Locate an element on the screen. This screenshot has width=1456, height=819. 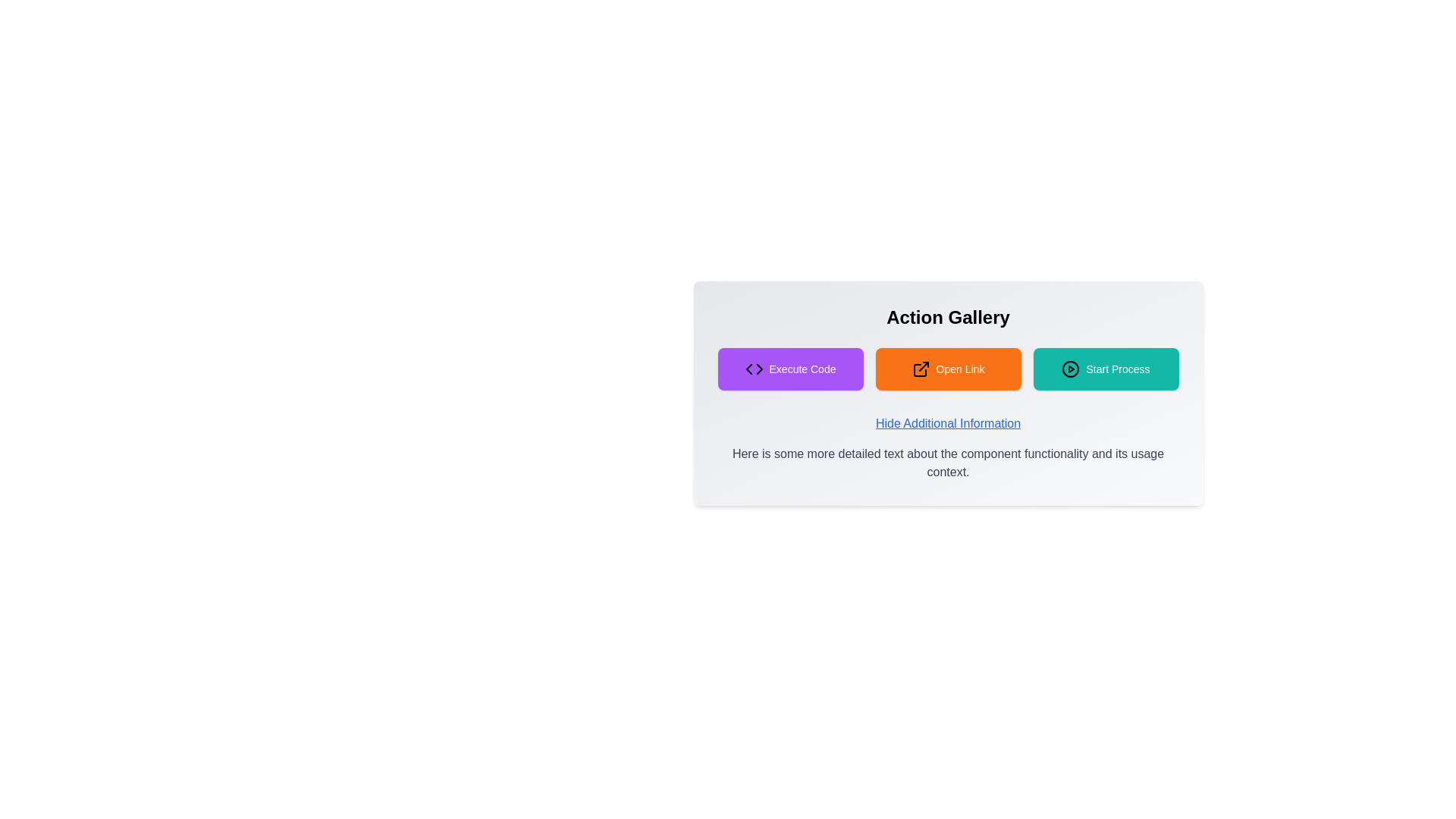
the button that initiates a process, located in the rightmost column of the grid layout is located at coordinates (1106, 369).